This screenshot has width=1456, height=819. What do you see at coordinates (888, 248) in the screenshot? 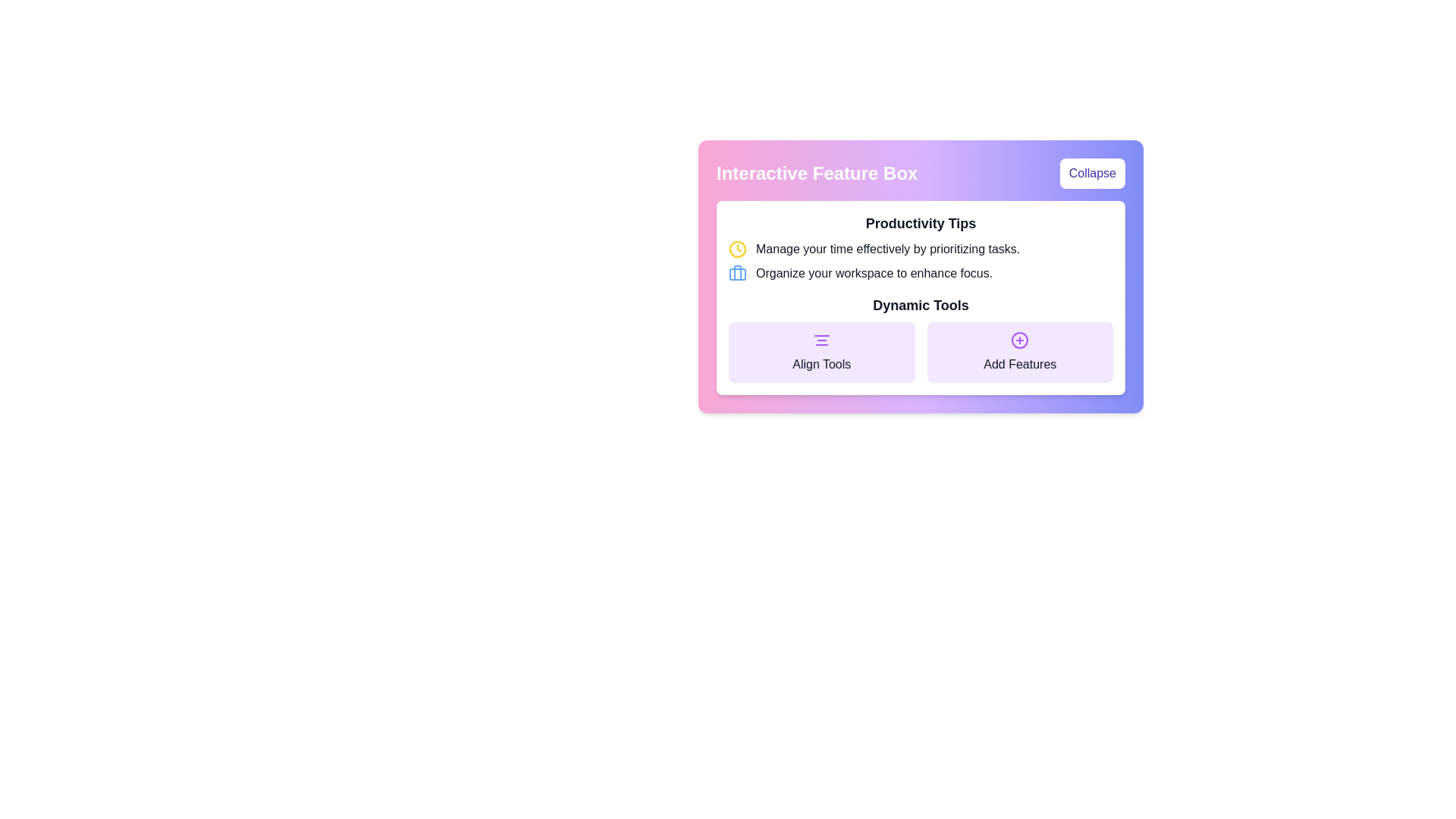
I see `static text element that provides guidance on managing time effectively, located within the 'Interactive Feature Box' below the heading 'Productivity Tips'` at bounding box center [888, 248].